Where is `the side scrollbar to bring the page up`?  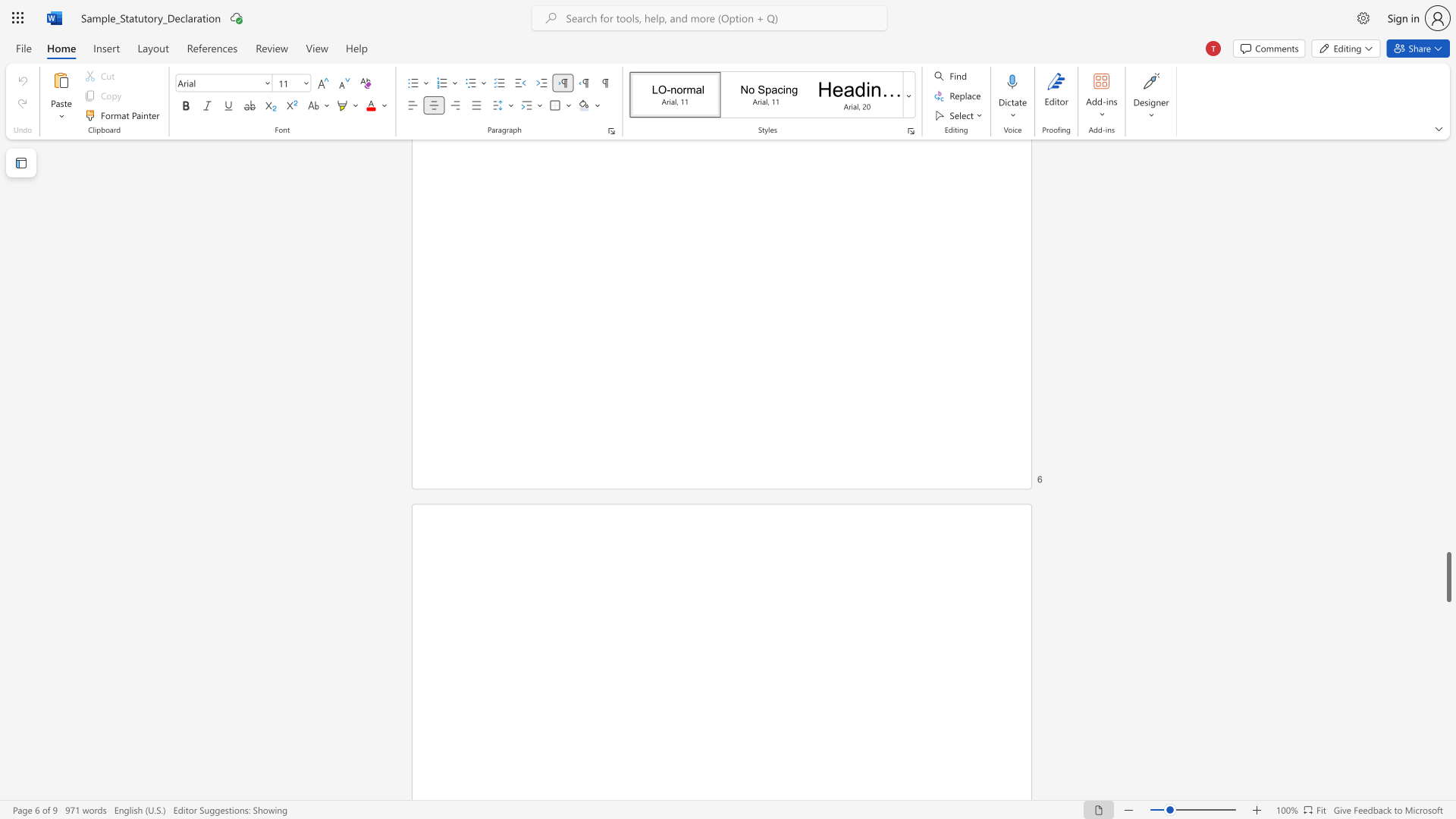
the side scrollbar to bring the page up is located at coordinates (1448, 256).